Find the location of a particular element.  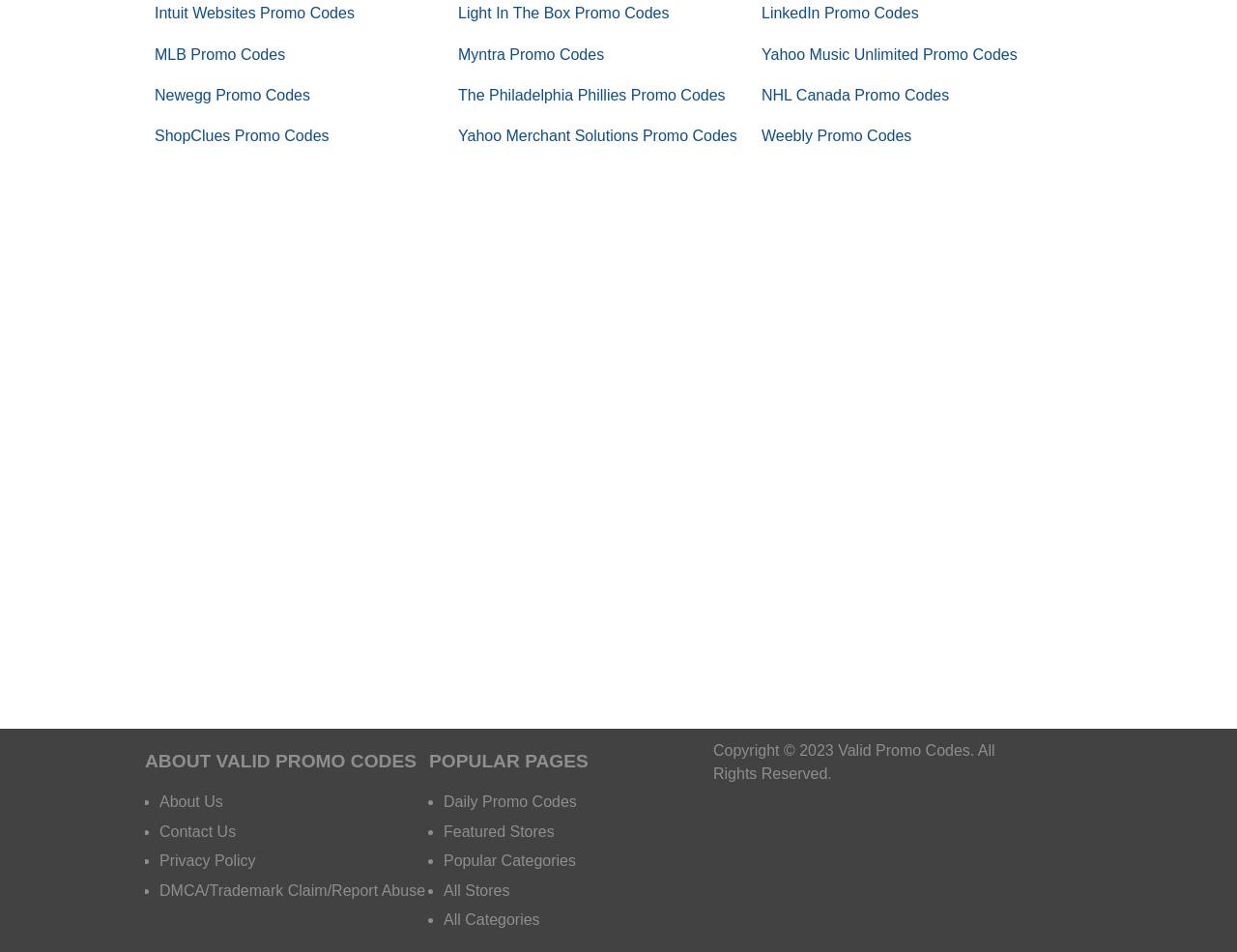

'About Us' is located at coordinates (190, 800).